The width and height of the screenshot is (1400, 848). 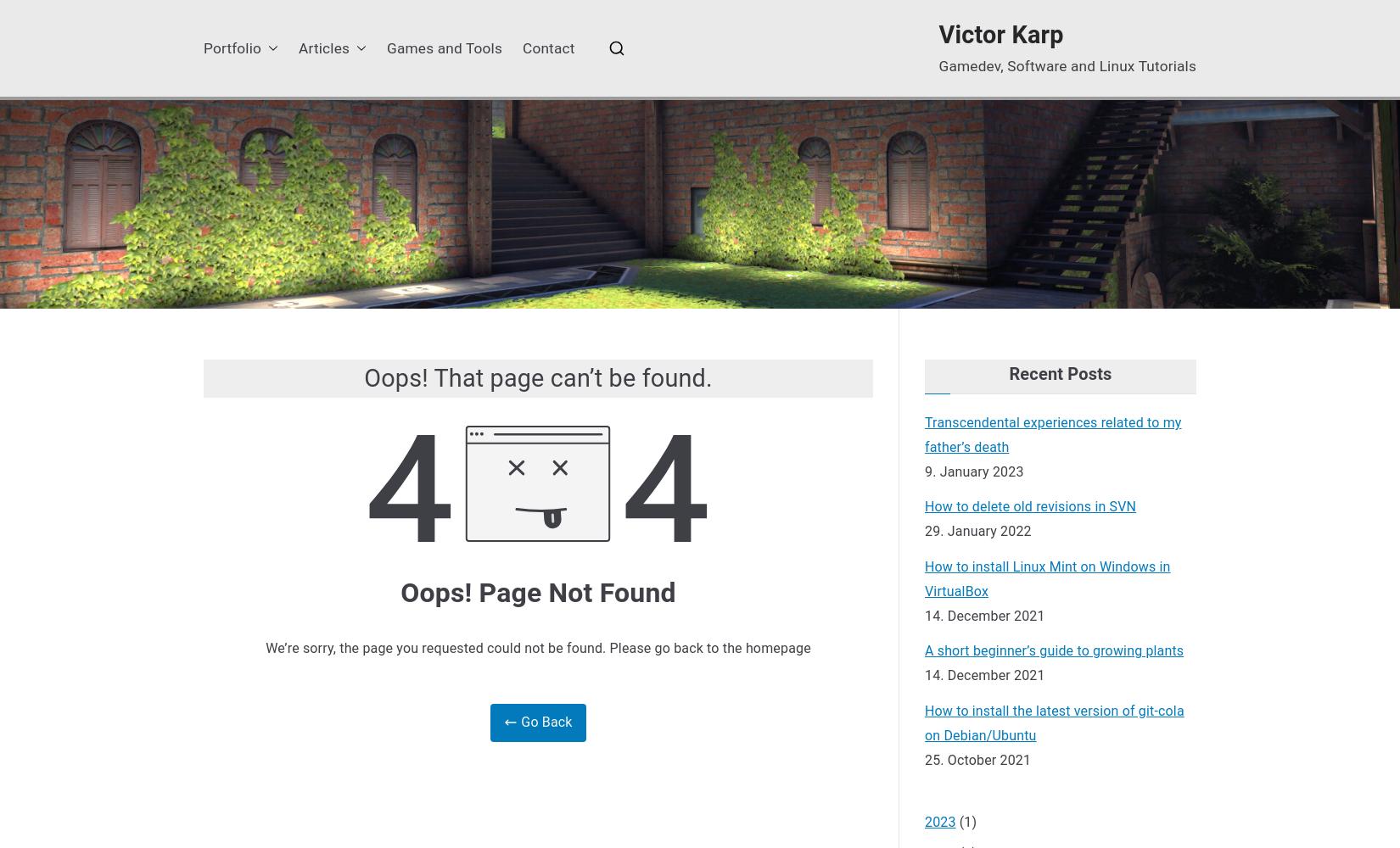 I want to click on 'Portfolio', so click(x=204, y=47).